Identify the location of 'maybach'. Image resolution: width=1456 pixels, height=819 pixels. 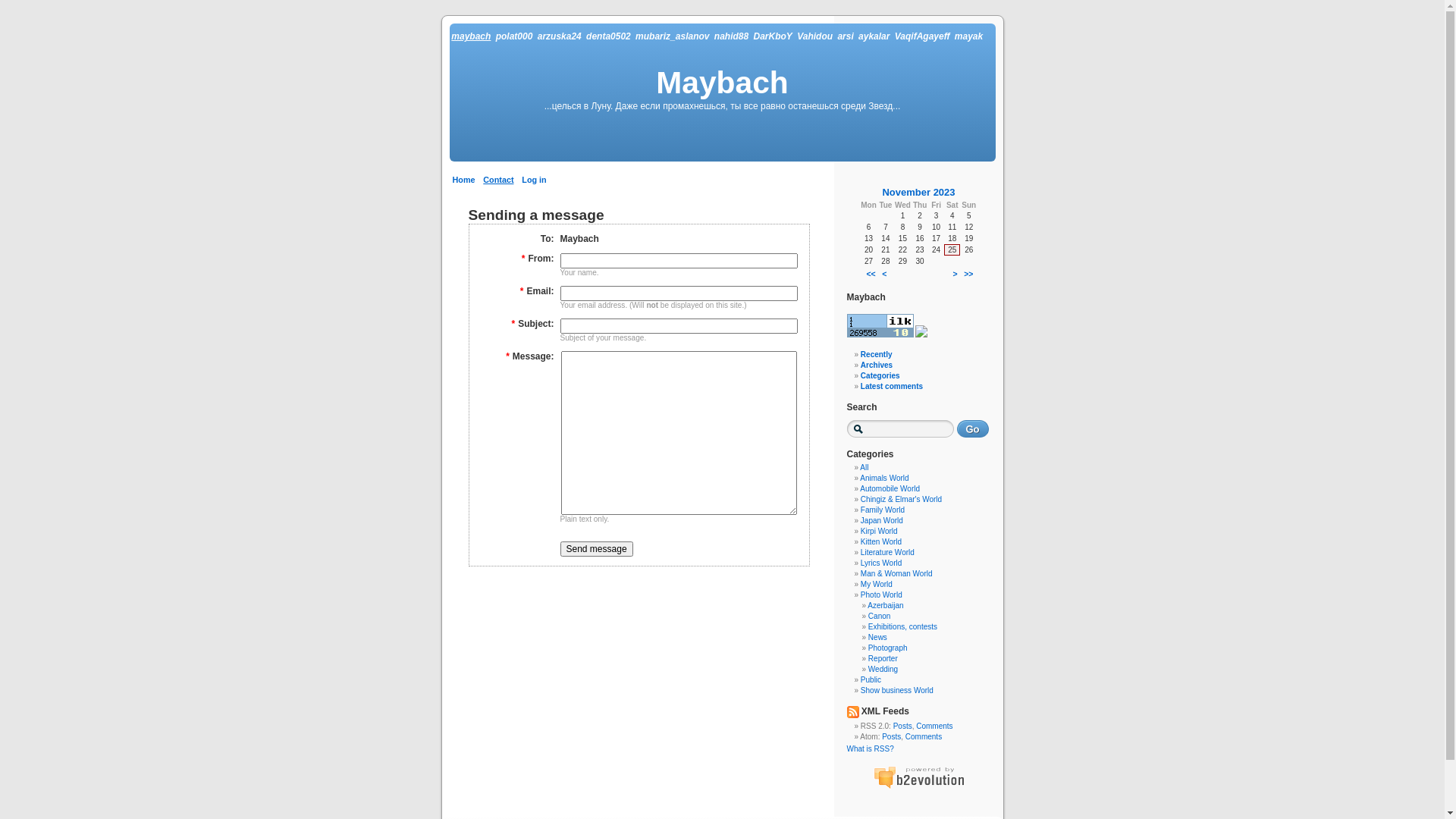
(450, 35).